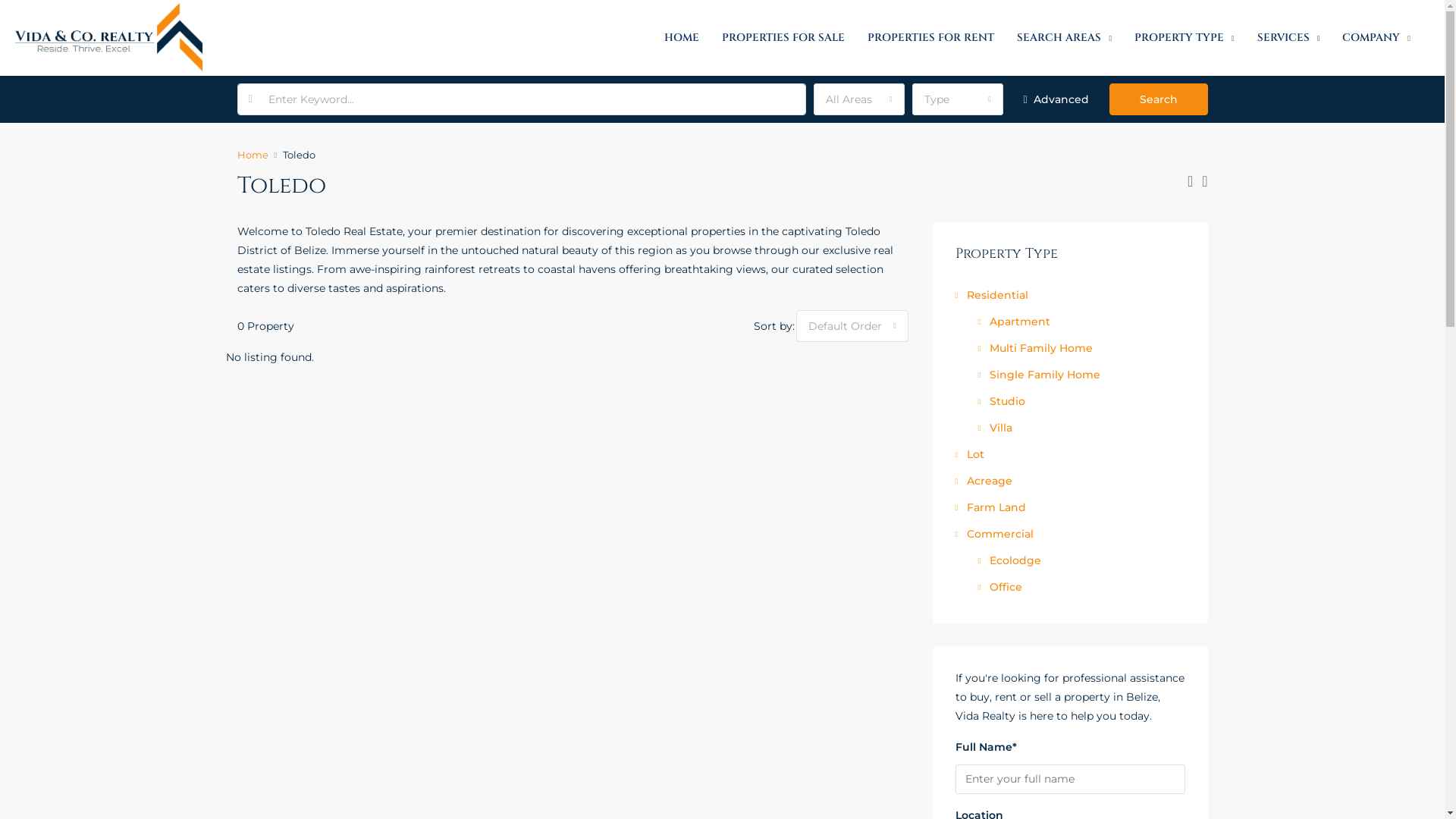  I want to click on 'Farm Land', so click(954, 507).